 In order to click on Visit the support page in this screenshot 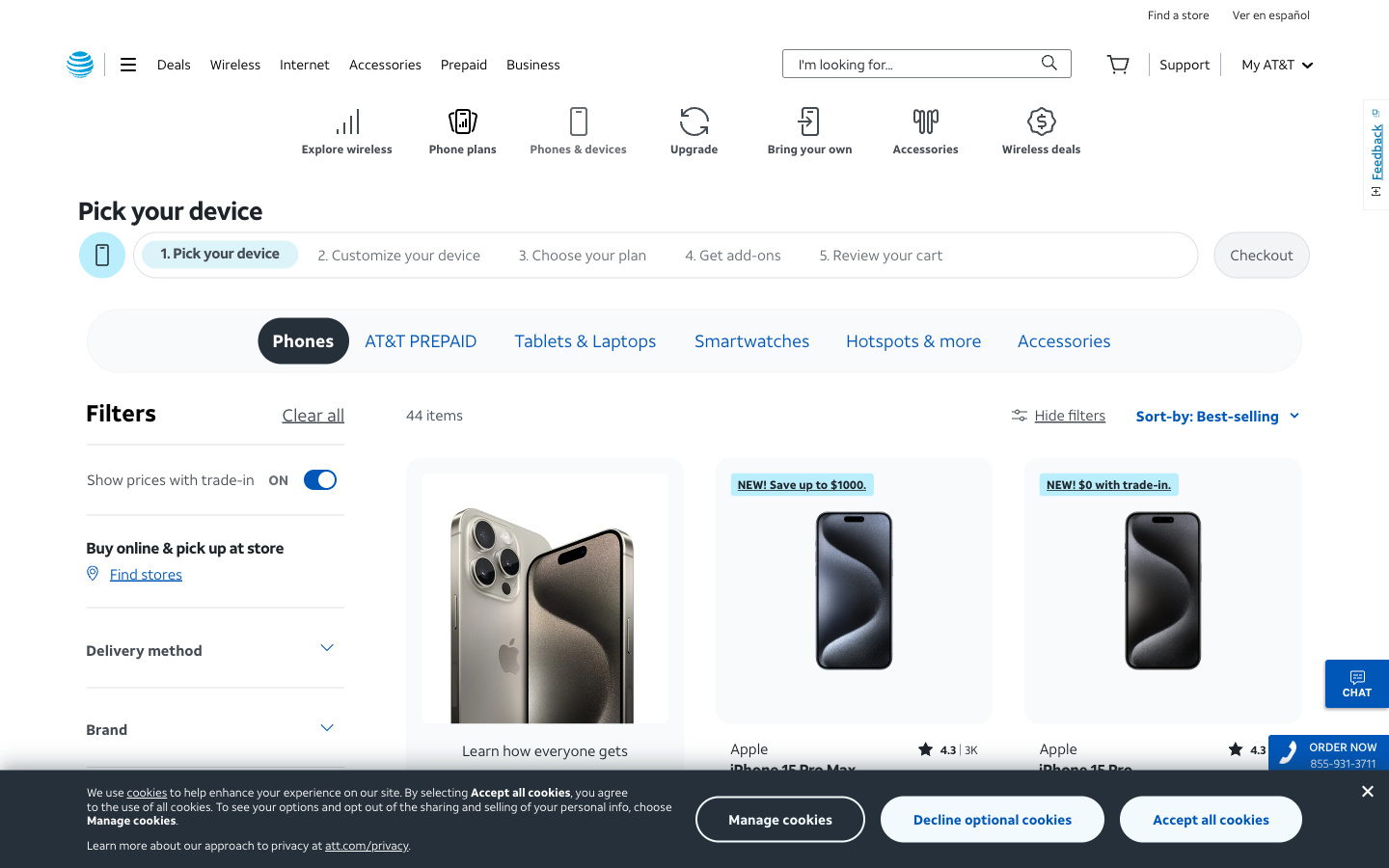, I will do `click(1184, 63)`.